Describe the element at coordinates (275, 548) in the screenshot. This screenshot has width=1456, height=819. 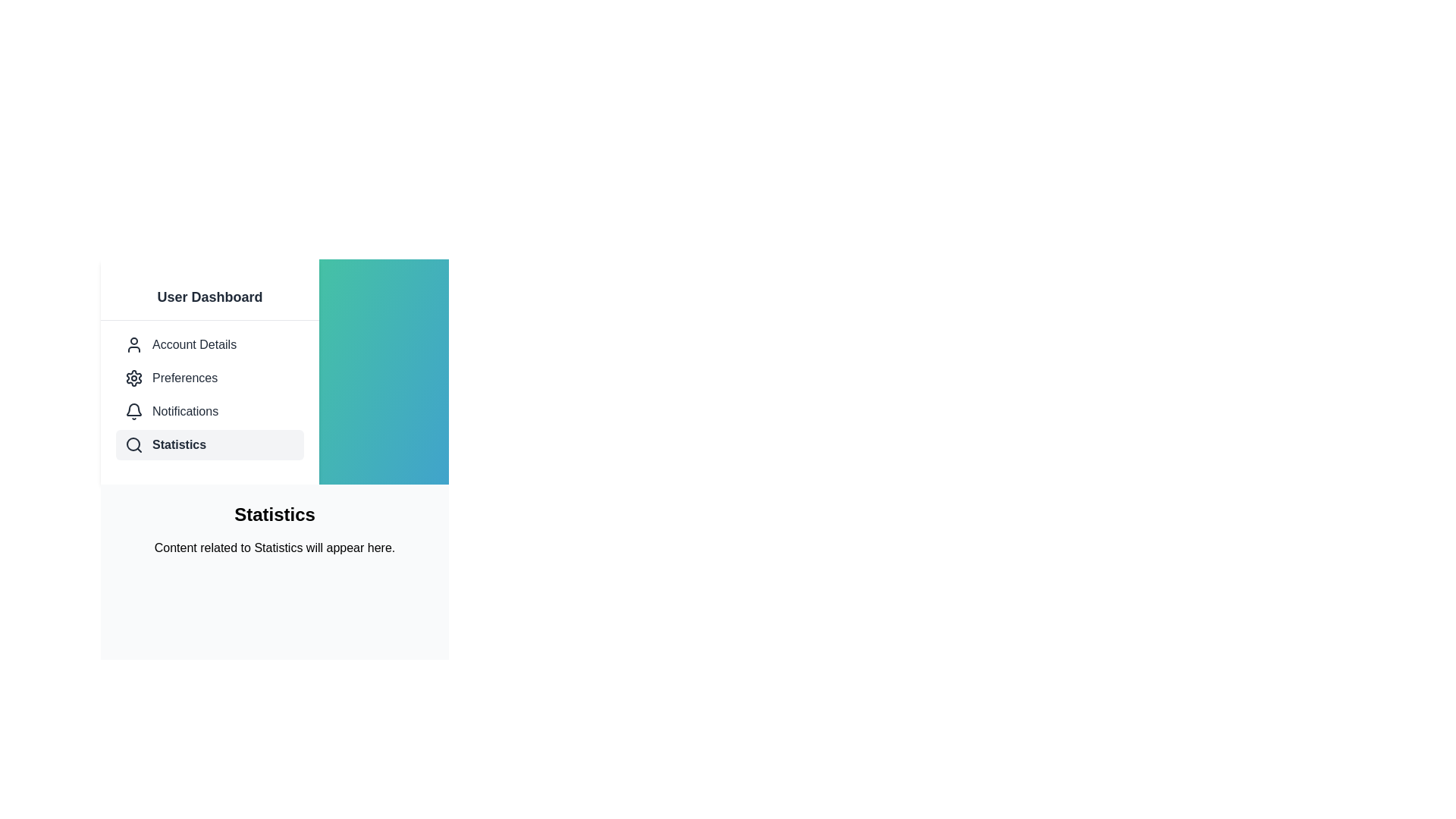
I see `the text block containing the phrase 'Content related to Statistics will appear here.' located below the 'Statistics' heading` at that location.